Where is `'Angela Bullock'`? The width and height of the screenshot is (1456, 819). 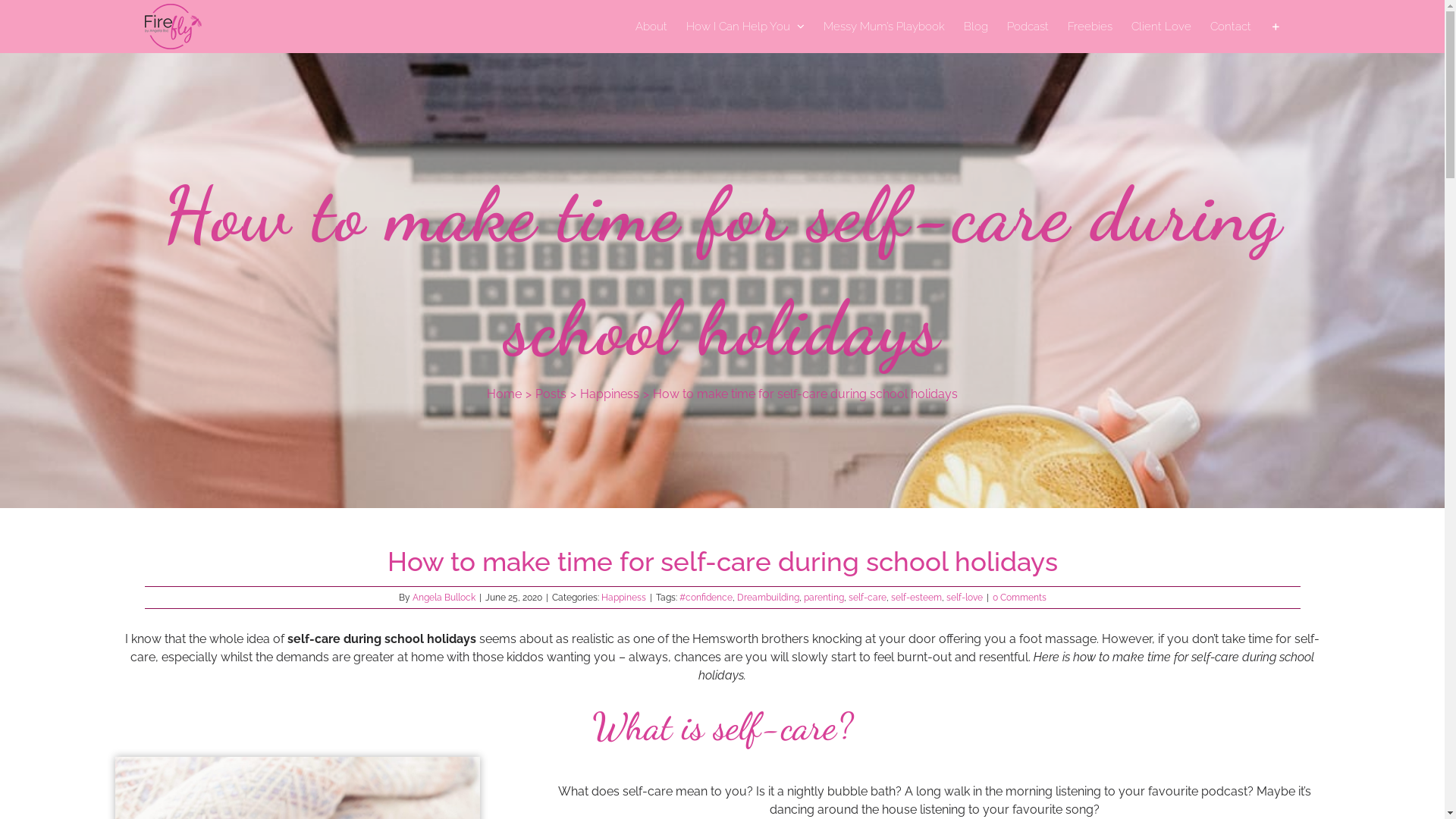 'Angela Bullock' is located at coordinates (412, 596).